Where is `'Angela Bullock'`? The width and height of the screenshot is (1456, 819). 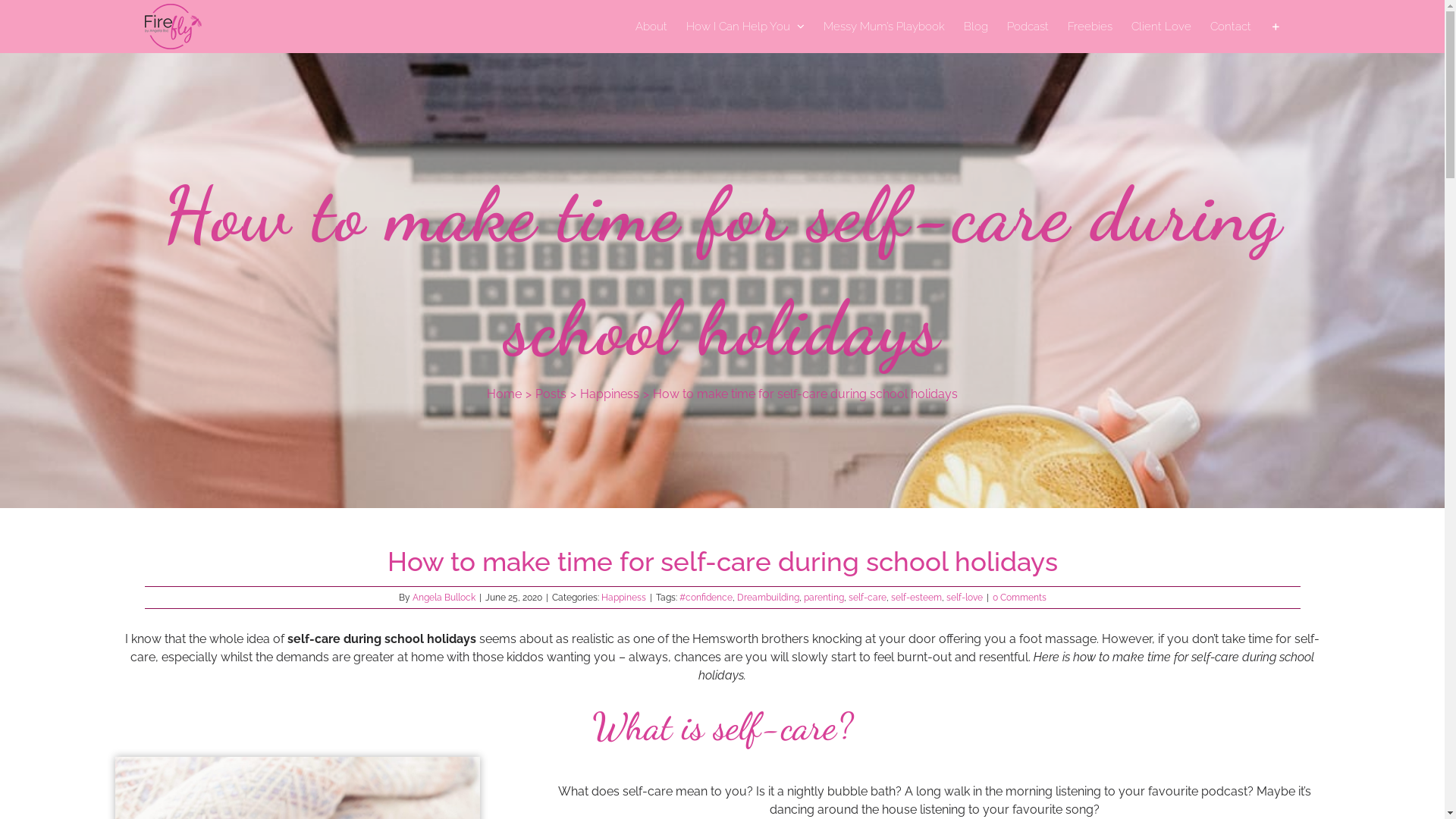 'Angela Bullock' is located at coordinates (412, 596).